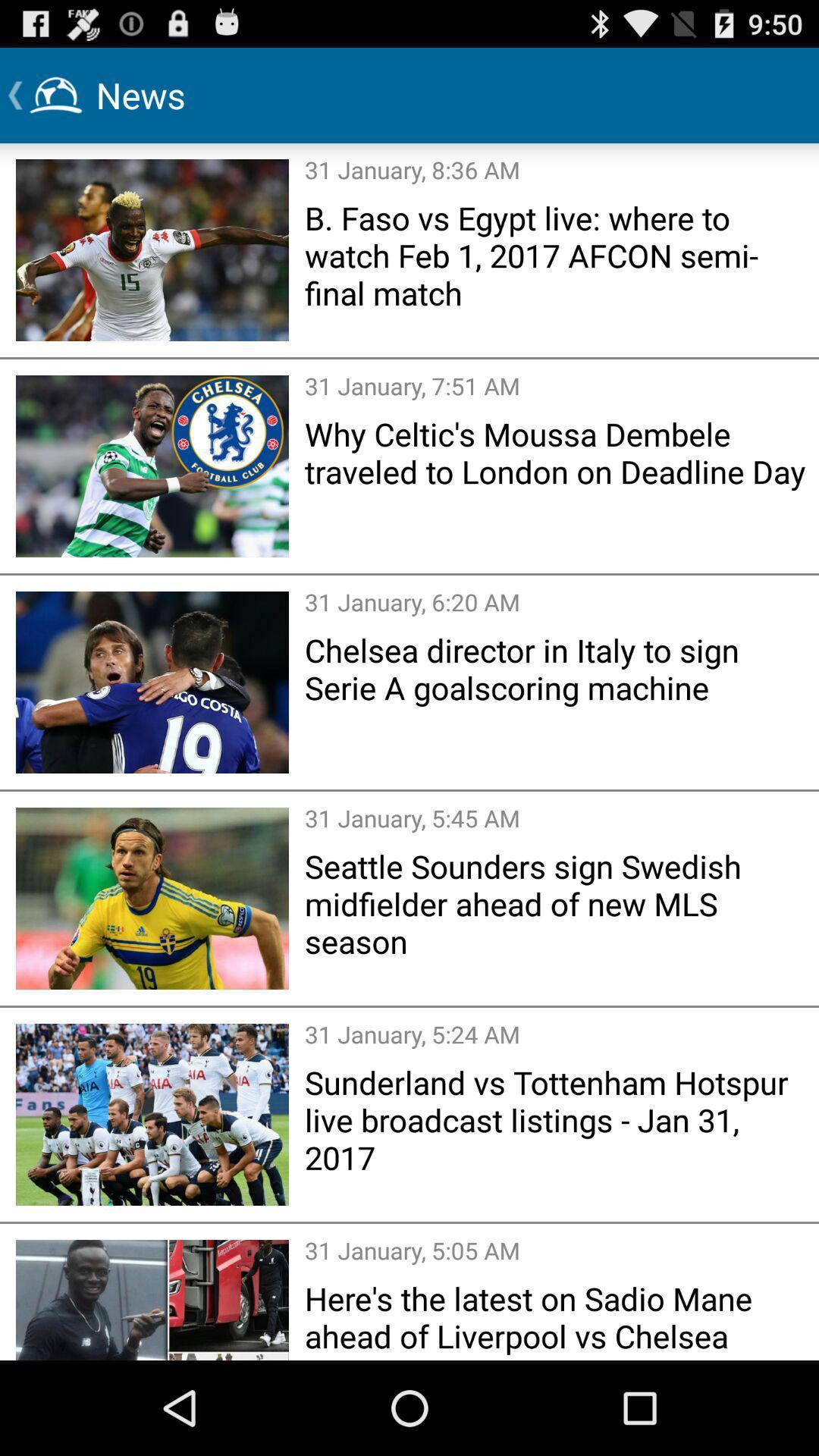 This screenshot has height=1456, width=819. I want to click on the chelsea director in item, so click(557, 668).